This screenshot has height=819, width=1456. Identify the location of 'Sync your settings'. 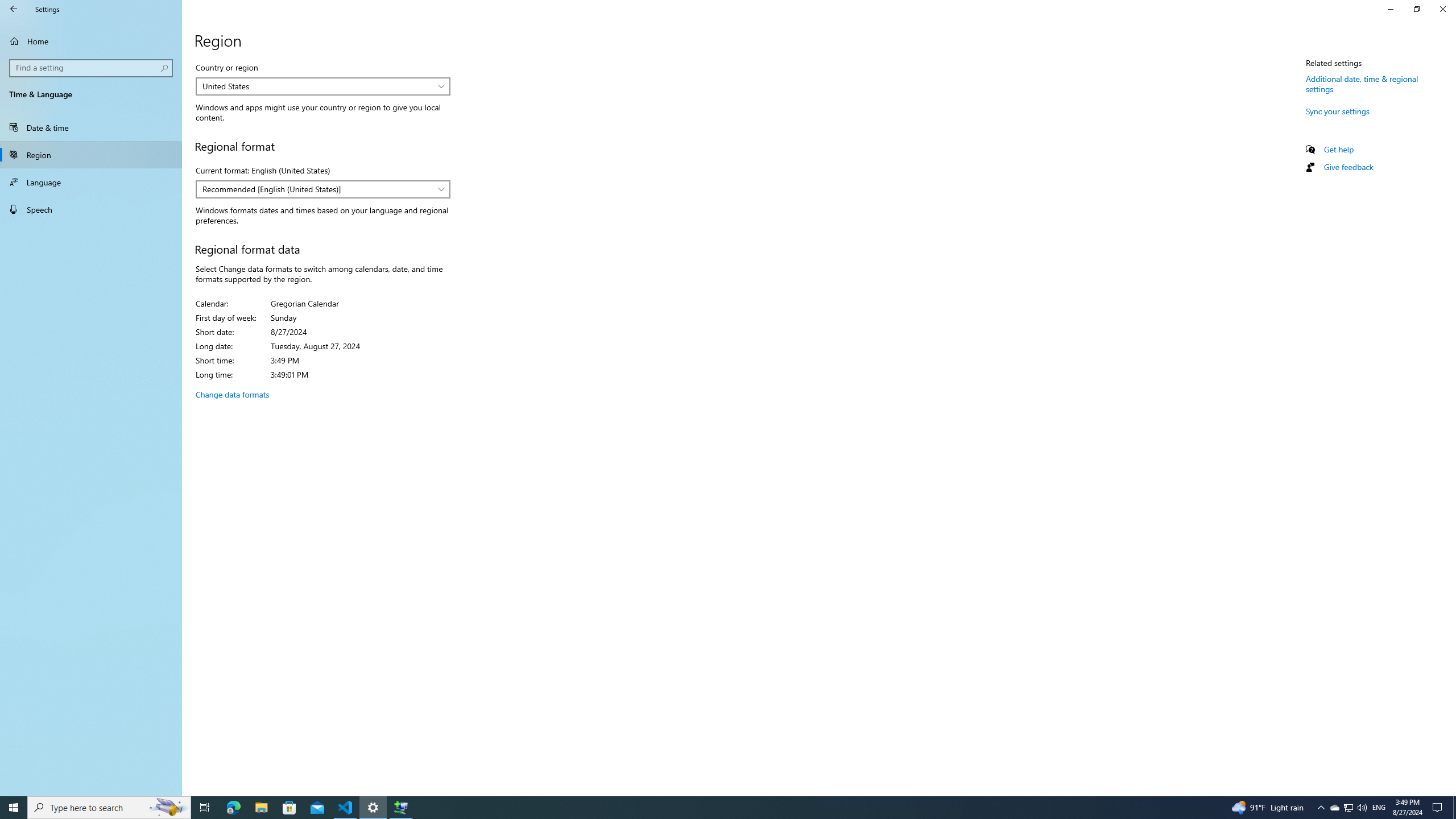
(1338, 111).